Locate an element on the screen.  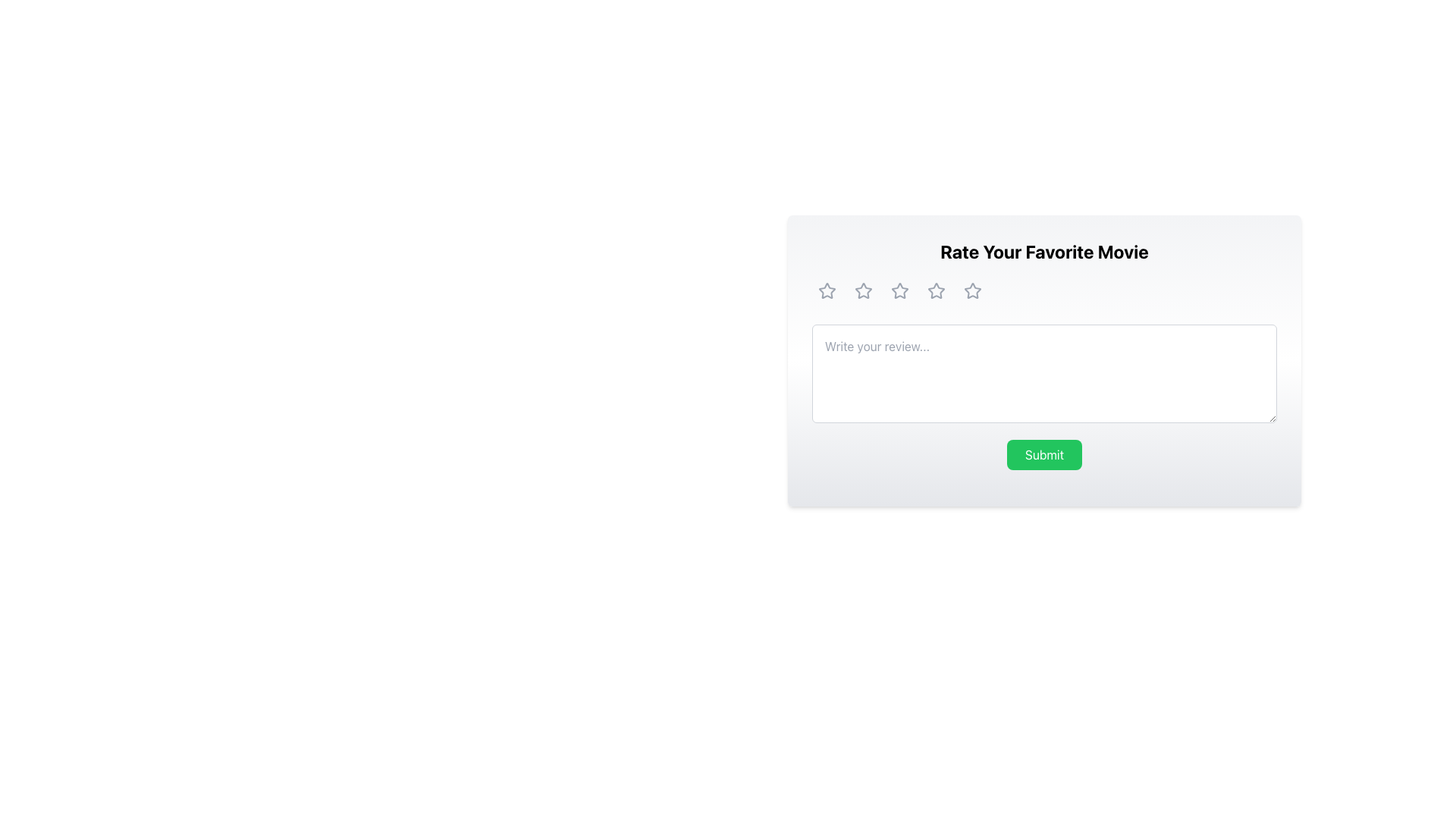
the second star in the star-based rating system is located at coordinates (899, 291).